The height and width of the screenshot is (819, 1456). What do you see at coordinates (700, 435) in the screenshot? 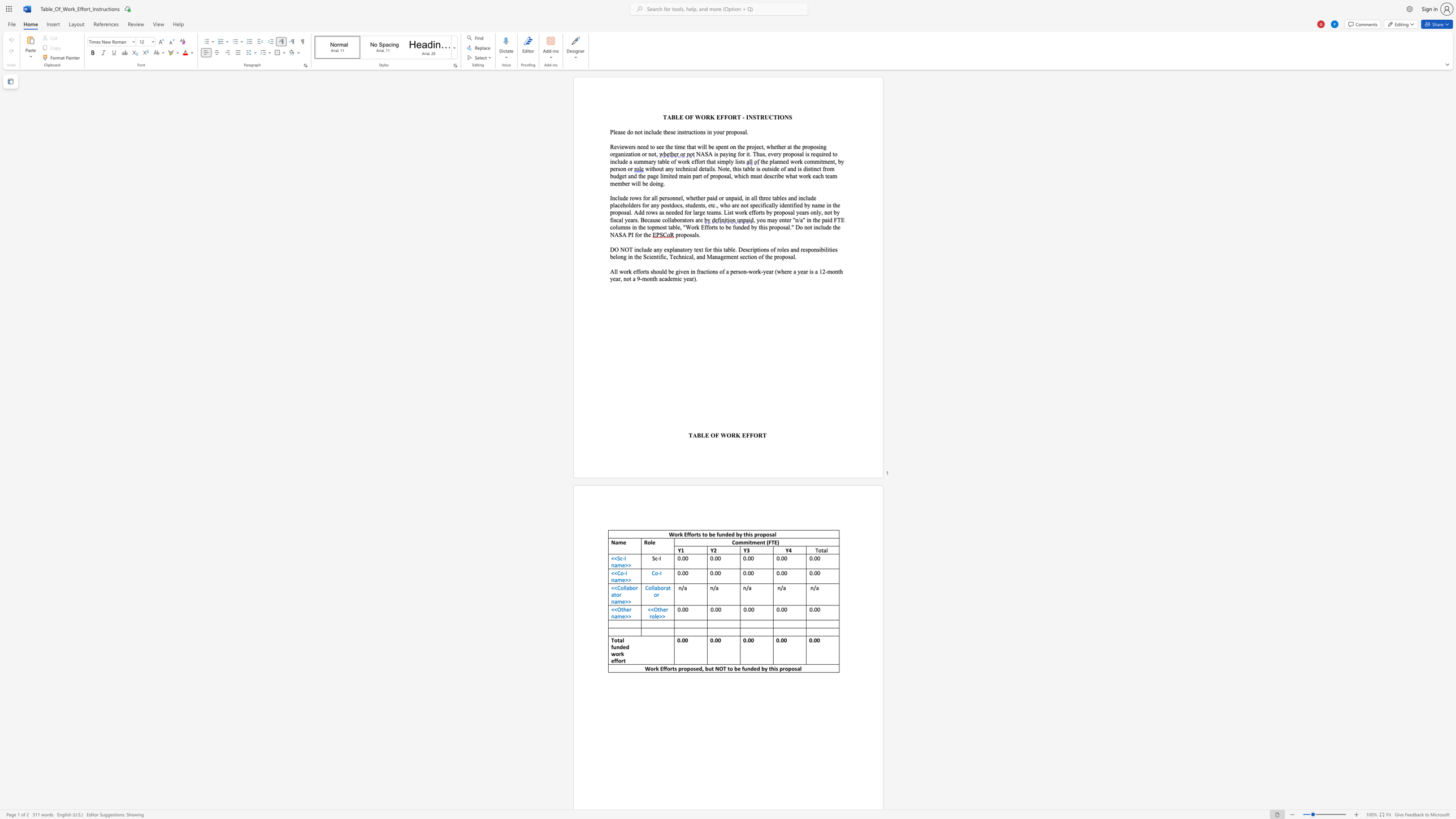
I see `the space between the continuous character "B" and "L" in the text` at bounding box center [700, 435].